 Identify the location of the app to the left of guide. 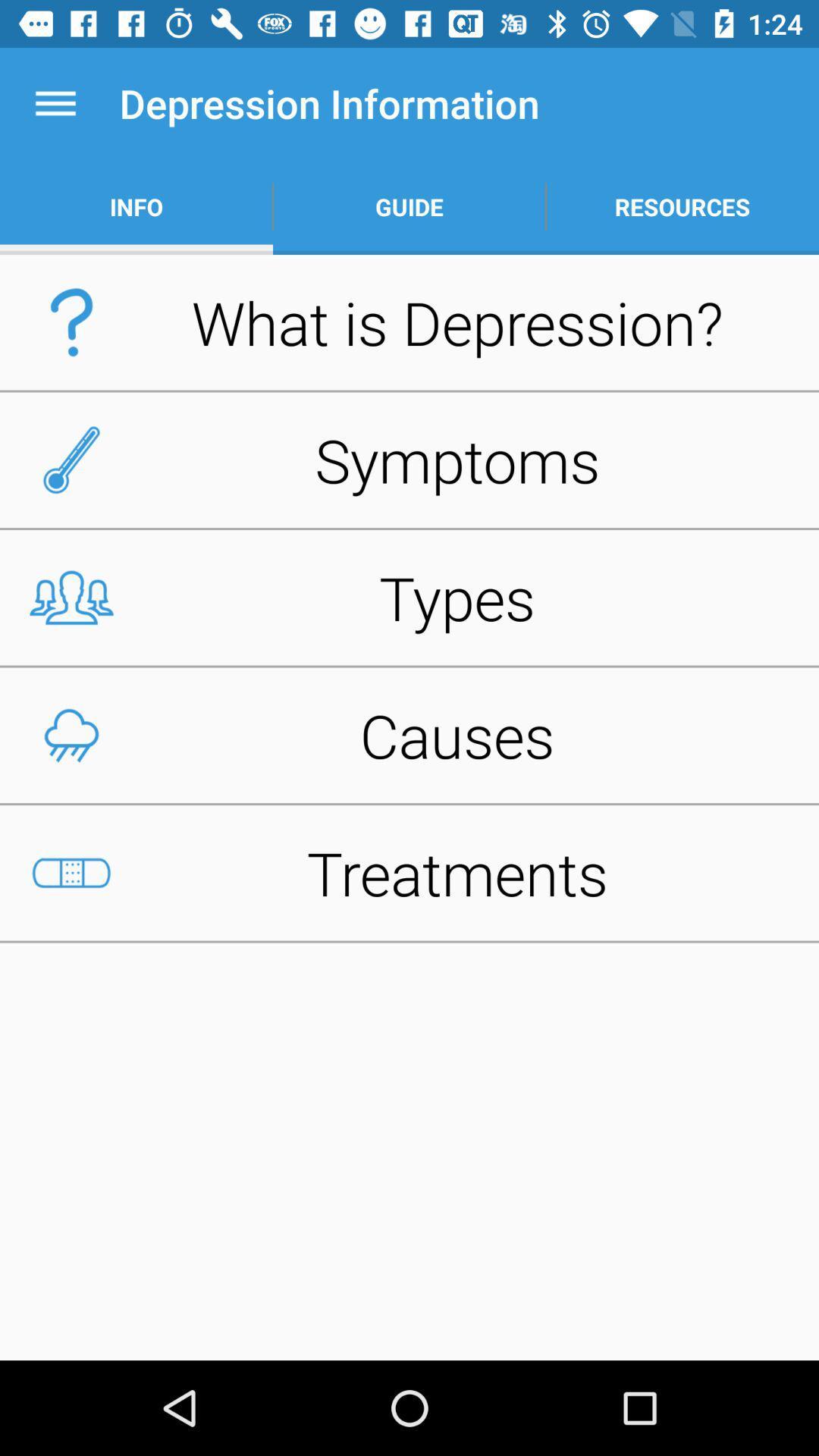
(136, 206).